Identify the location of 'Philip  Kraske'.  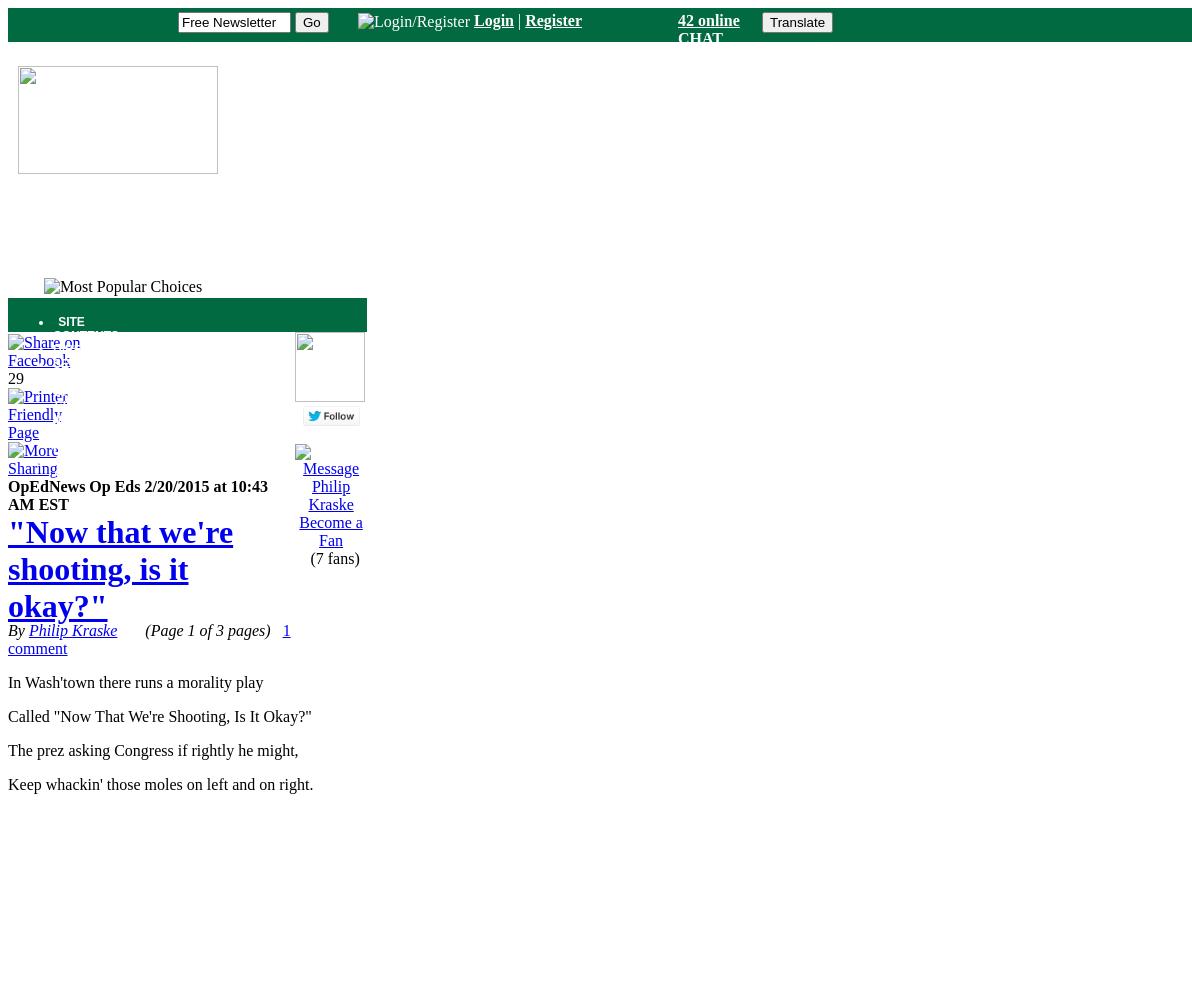
(71, 629).